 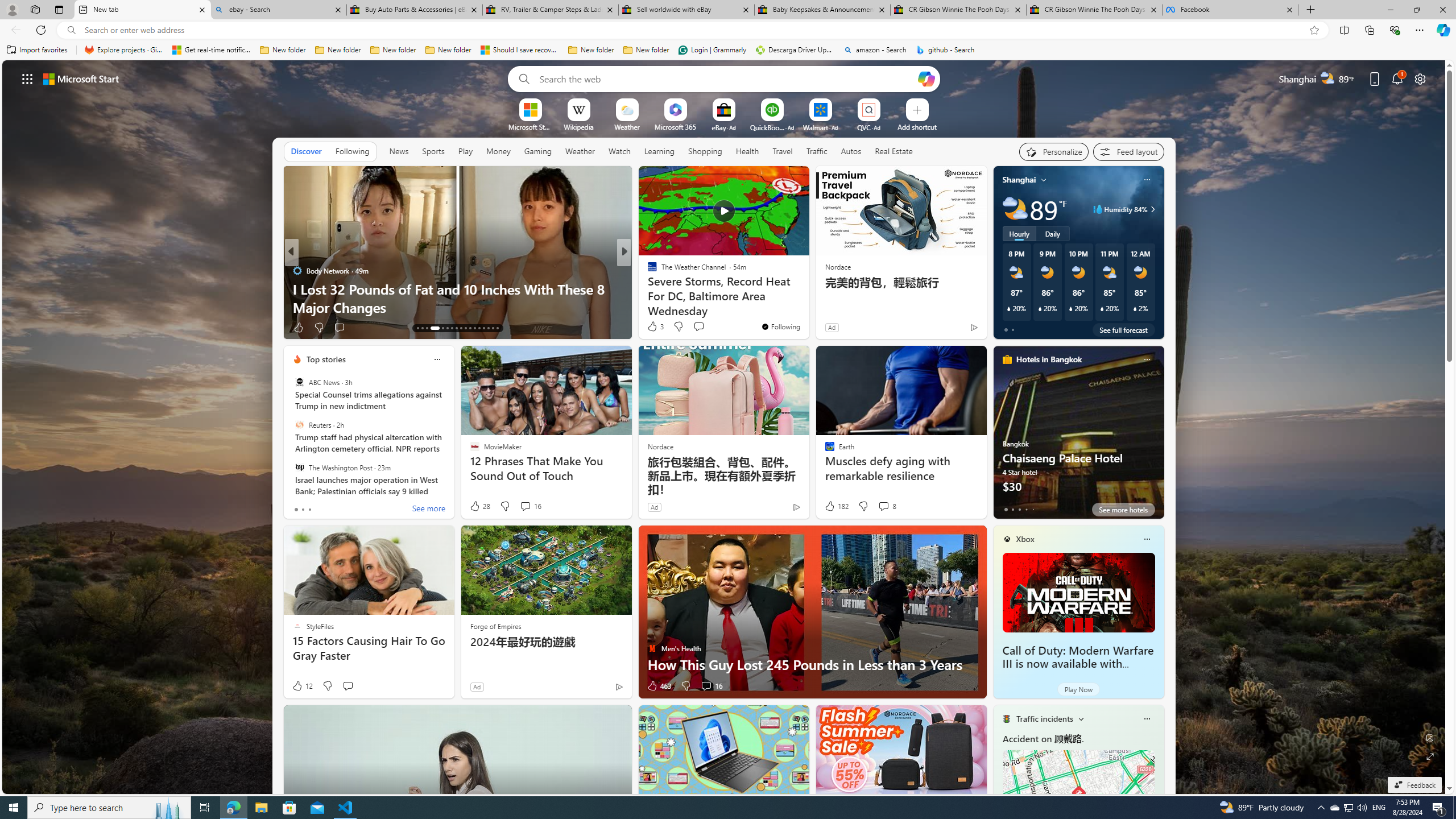 I want to click on 'Watch', so click(x=619, y=150).